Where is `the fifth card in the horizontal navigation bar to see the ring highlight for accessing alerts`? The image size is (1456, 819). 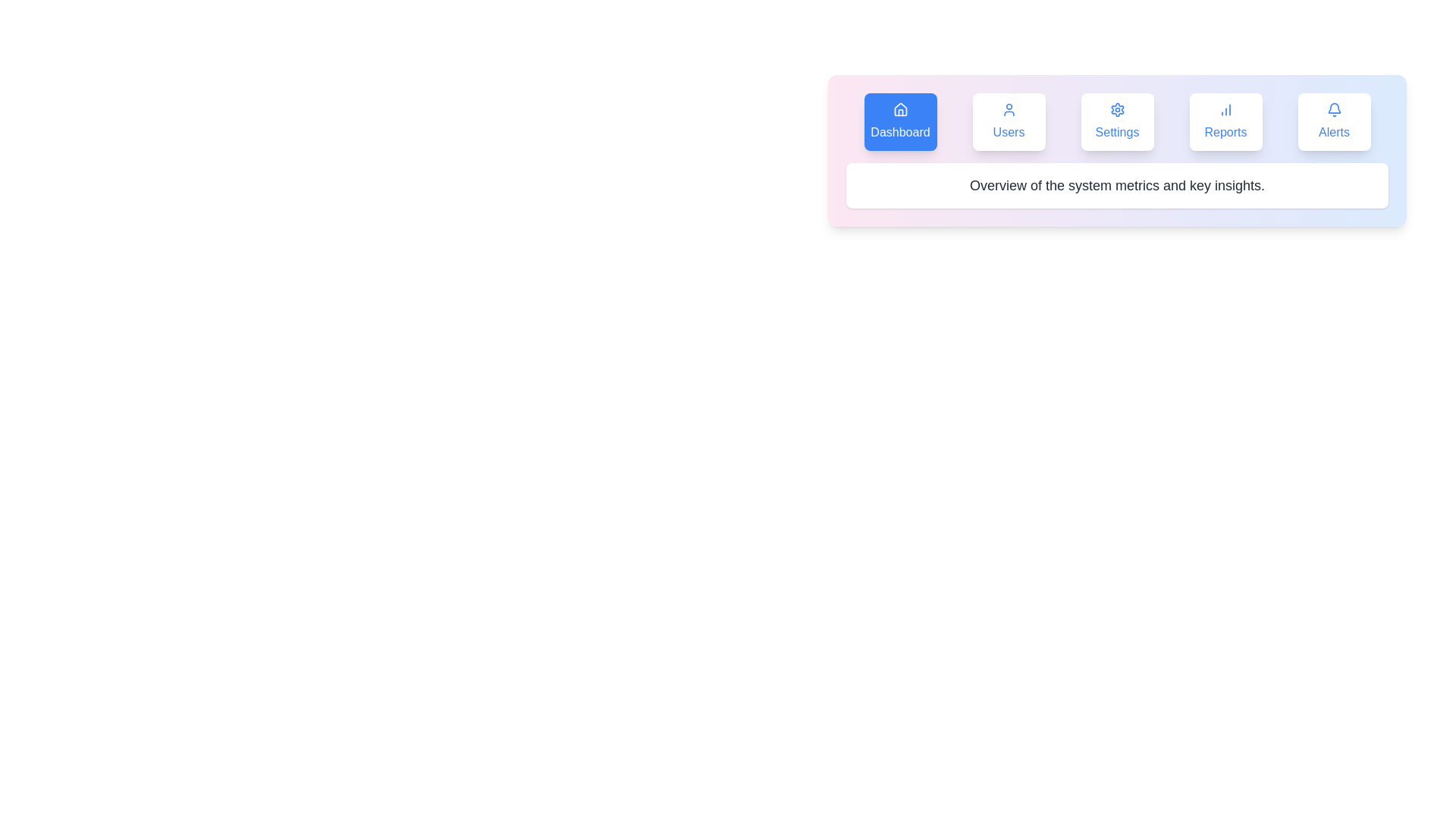 the fifth card in the horizontal navigation bar to see the ring highlight for accessing alerts is located at coordinates (1333, 121).